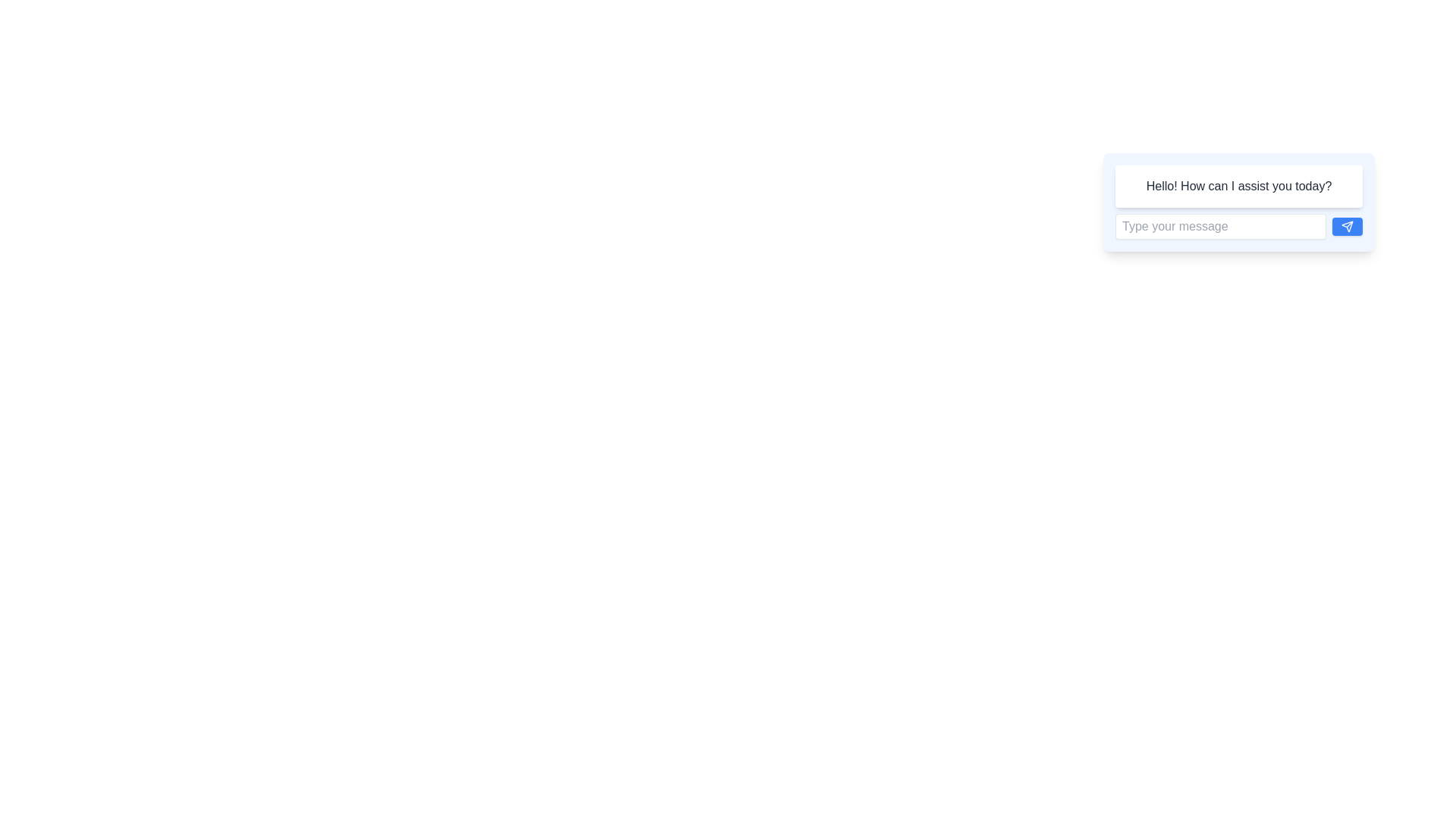  I want to click on the text input field that has a placeholder reading 'Type your message' to trigger visual feedback, so click(1220, 227).